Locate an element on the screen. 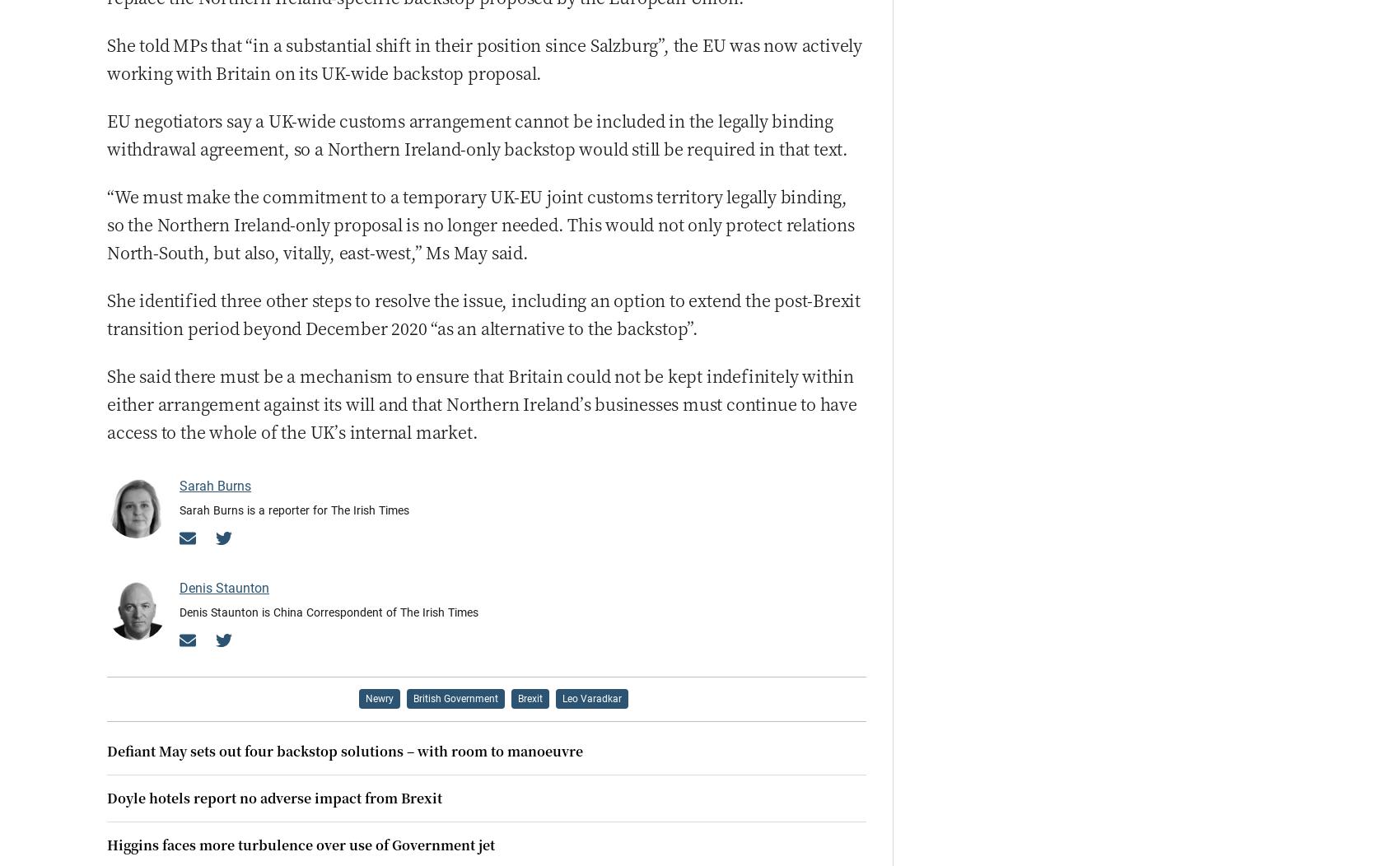 The image size is (1400, 866). 'She said there must be a mechanism to ensure that Britain could not be kept indefinitely within either arrangement against its will and that Northern Ireland’s businesses must continue to have access to the whole of the UK’s internal market.' is located at coordinates (480, 402).